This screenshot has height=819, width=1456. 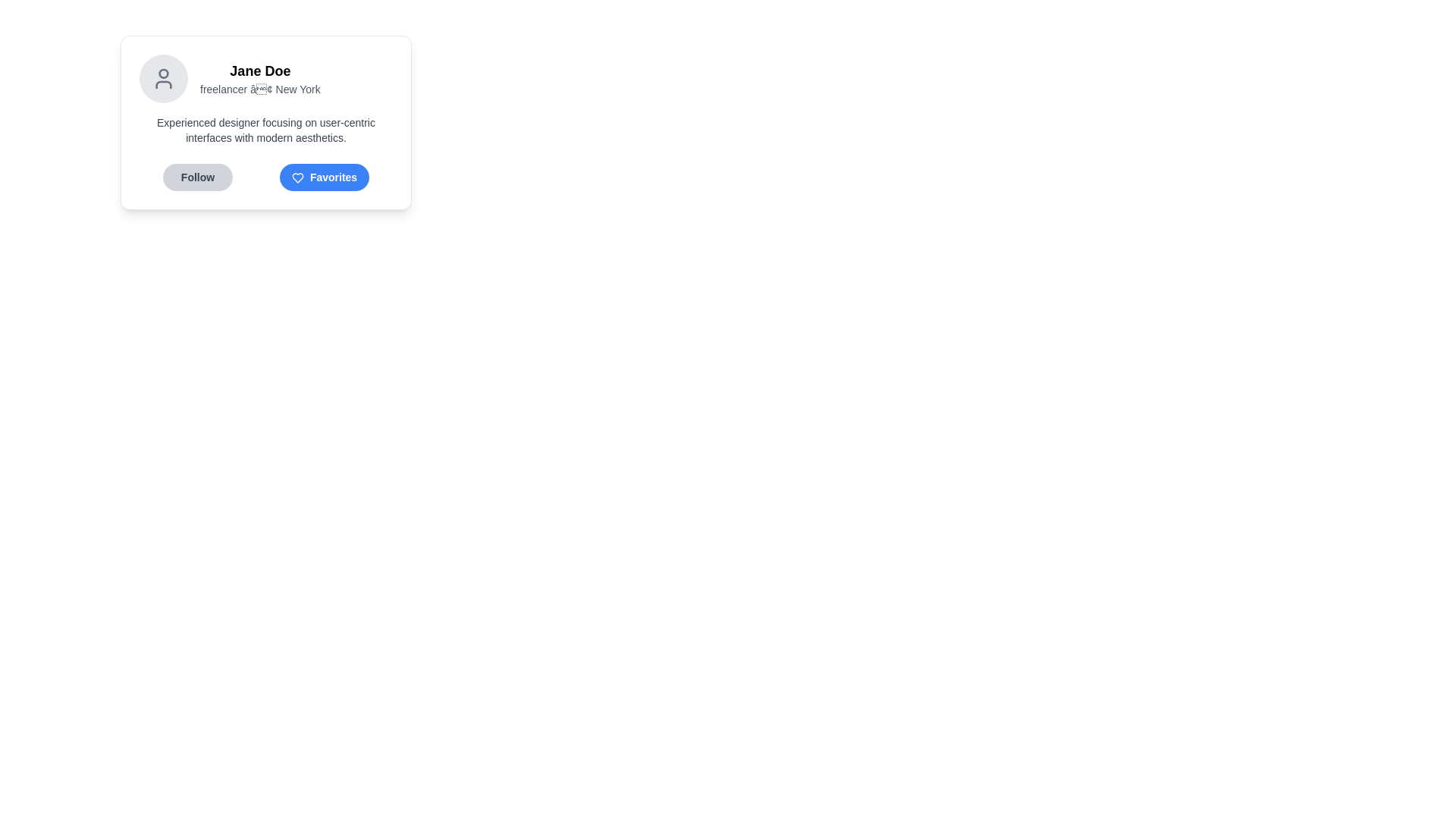 I want to click on the circular image placeholder icon with a user silhouette located at the top-left corner of the profile card for 'Jane Doe', so click(x=164, y=79).